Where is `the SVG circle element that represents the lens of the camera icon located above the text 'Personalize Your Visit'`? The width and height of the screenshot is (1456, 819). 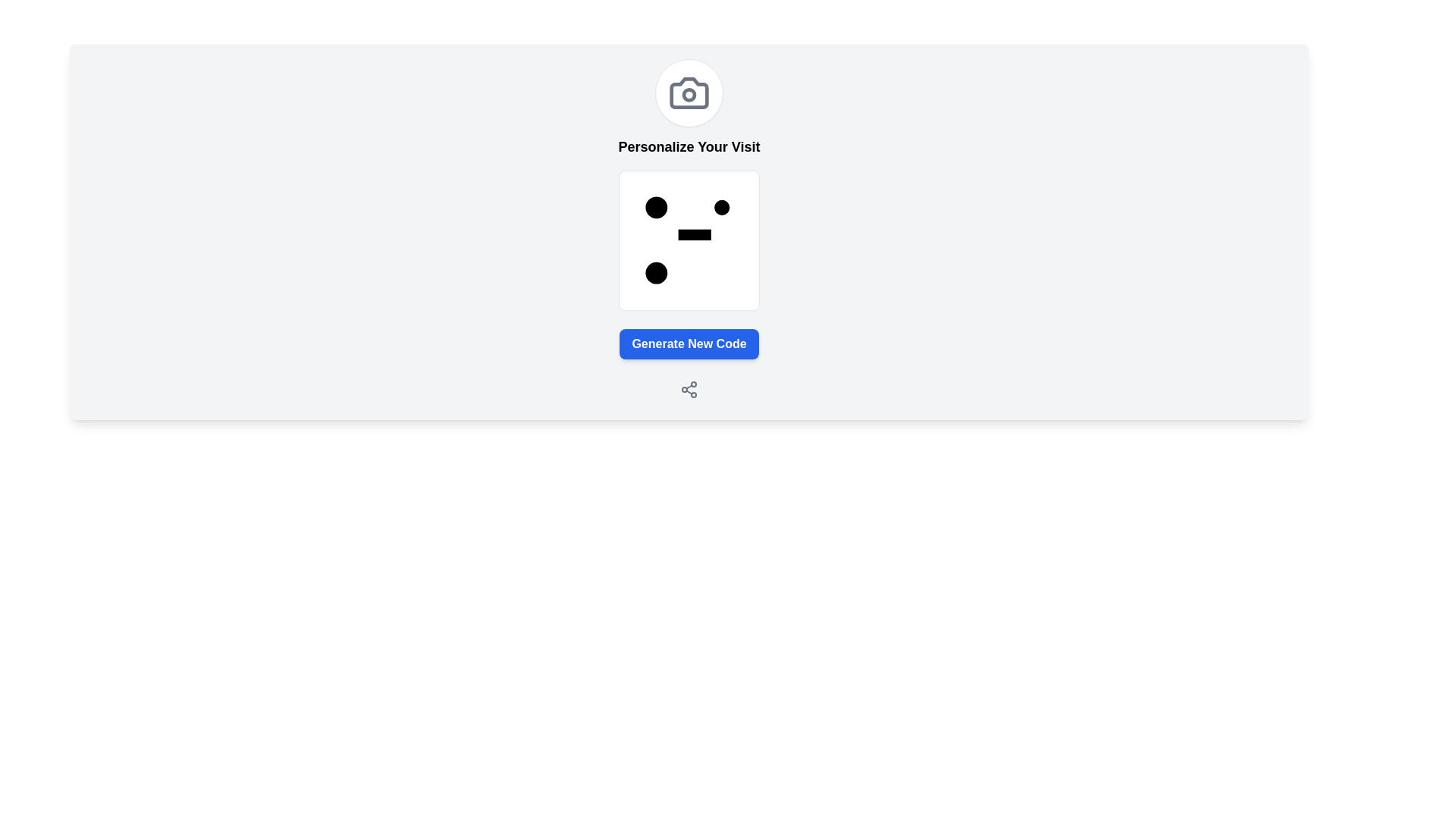 the SVG circle element that represents the lens of the camera icon located above the text 'Personalize Your Visit' is located at coordinates (688, 94).